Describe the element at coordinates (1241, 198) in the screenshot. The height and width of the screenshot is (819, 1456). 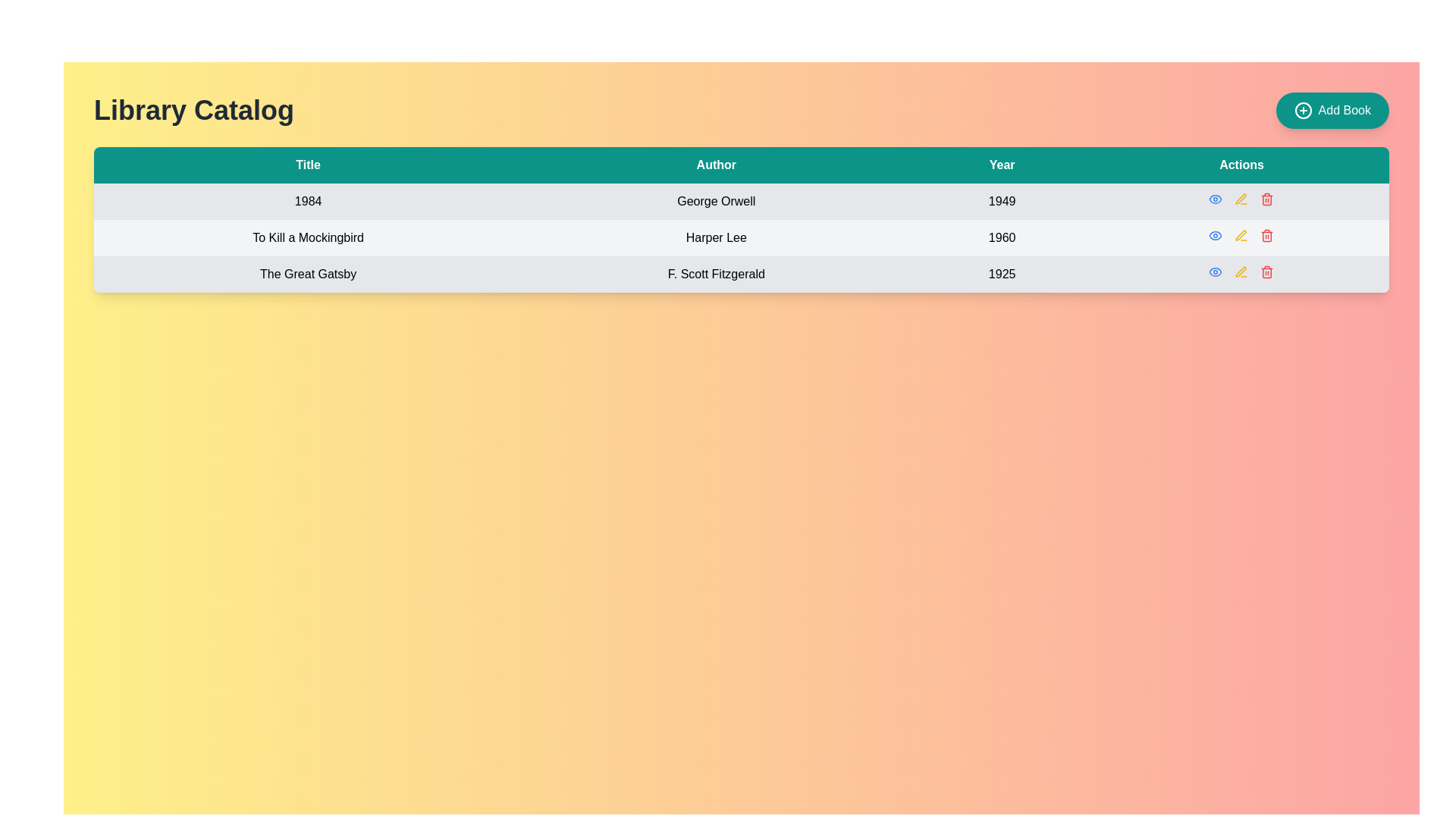
I see `the pen-shaped icon in the 'Actions' column of the second row` at that location.